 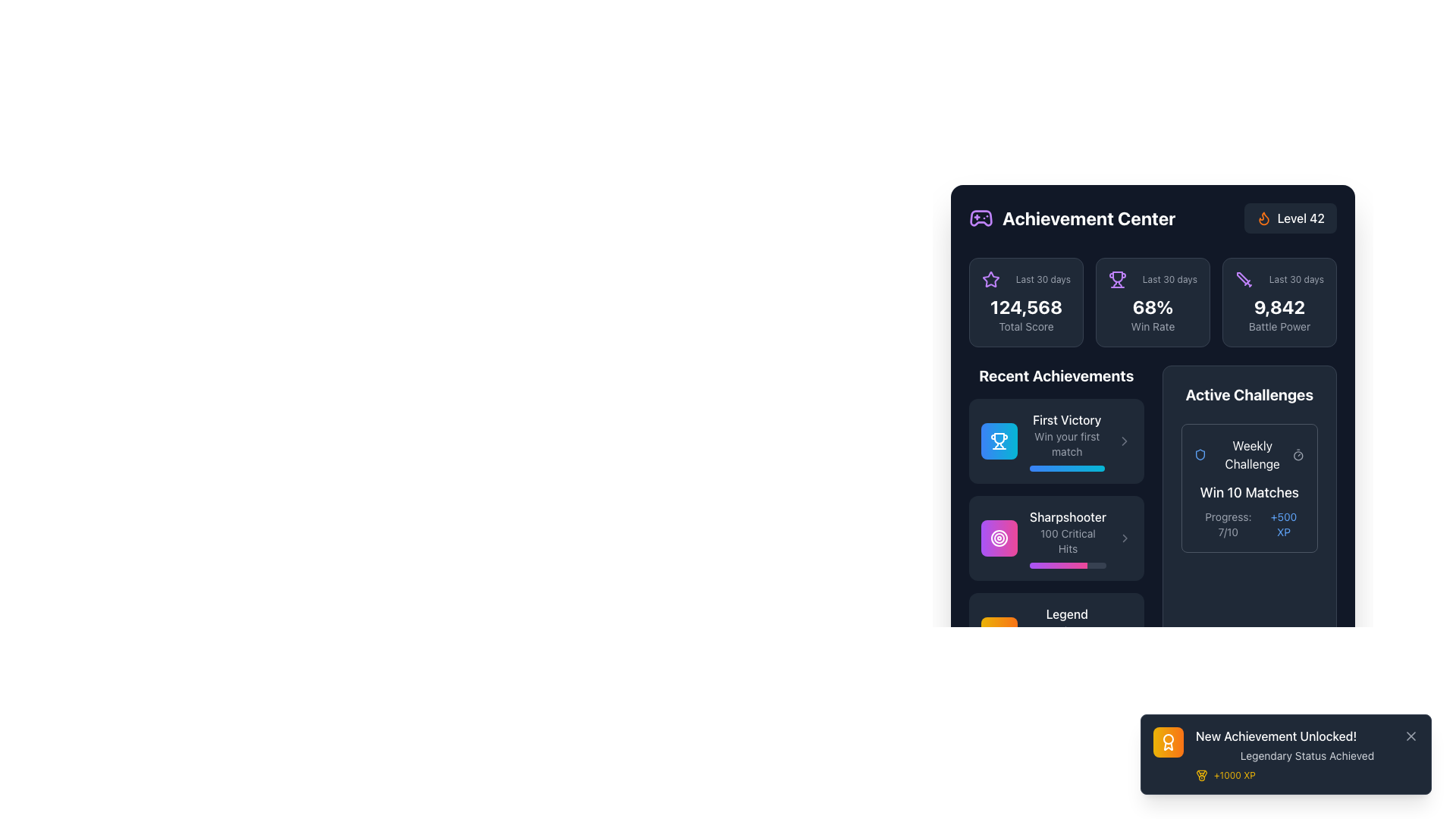 What do you see at coordinates (1300, 218) in the screenshot?
I see `text displayed in the Text Label that shows 'Level 42', which is styled with a white font on a dark background, located in the upper right section adjacent to a flame icon` at bounding box center [1300, 218].